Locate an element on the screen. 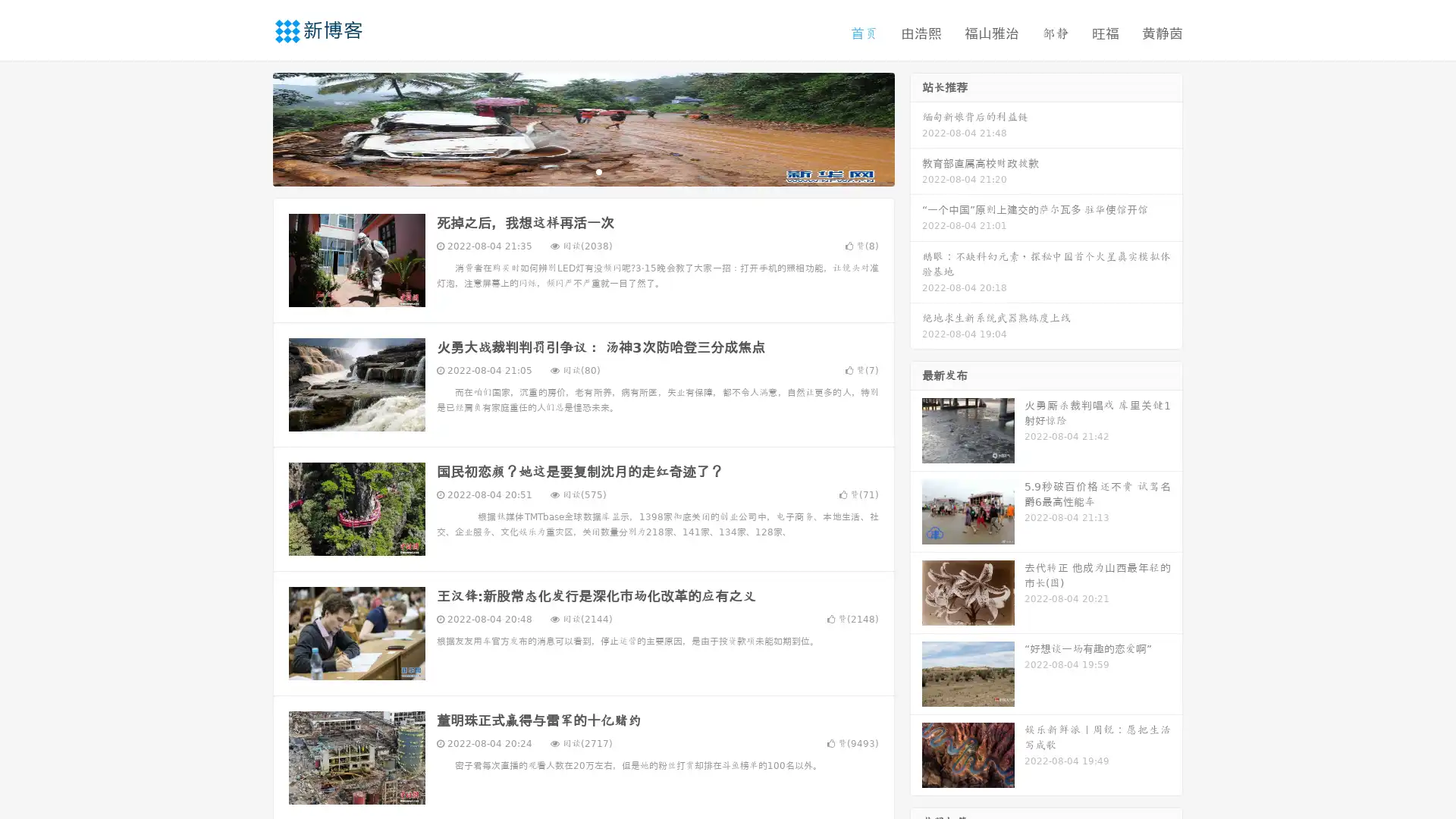 Image resolution: width=1456 pixels, height=819 pixels. Previous slide is located at coordinates (250, 127).